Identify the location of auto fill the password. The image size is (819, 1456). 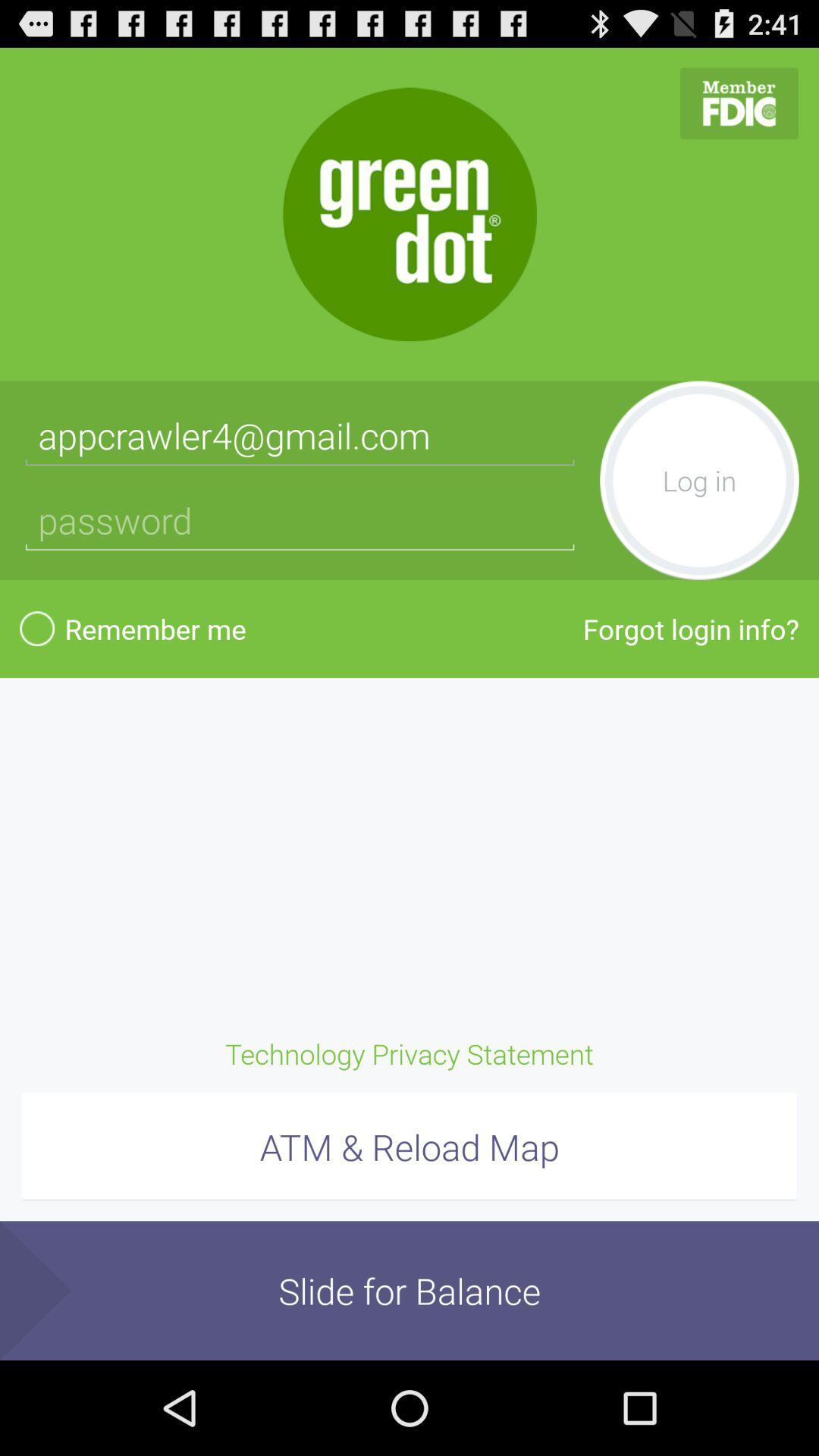
(300, 520).